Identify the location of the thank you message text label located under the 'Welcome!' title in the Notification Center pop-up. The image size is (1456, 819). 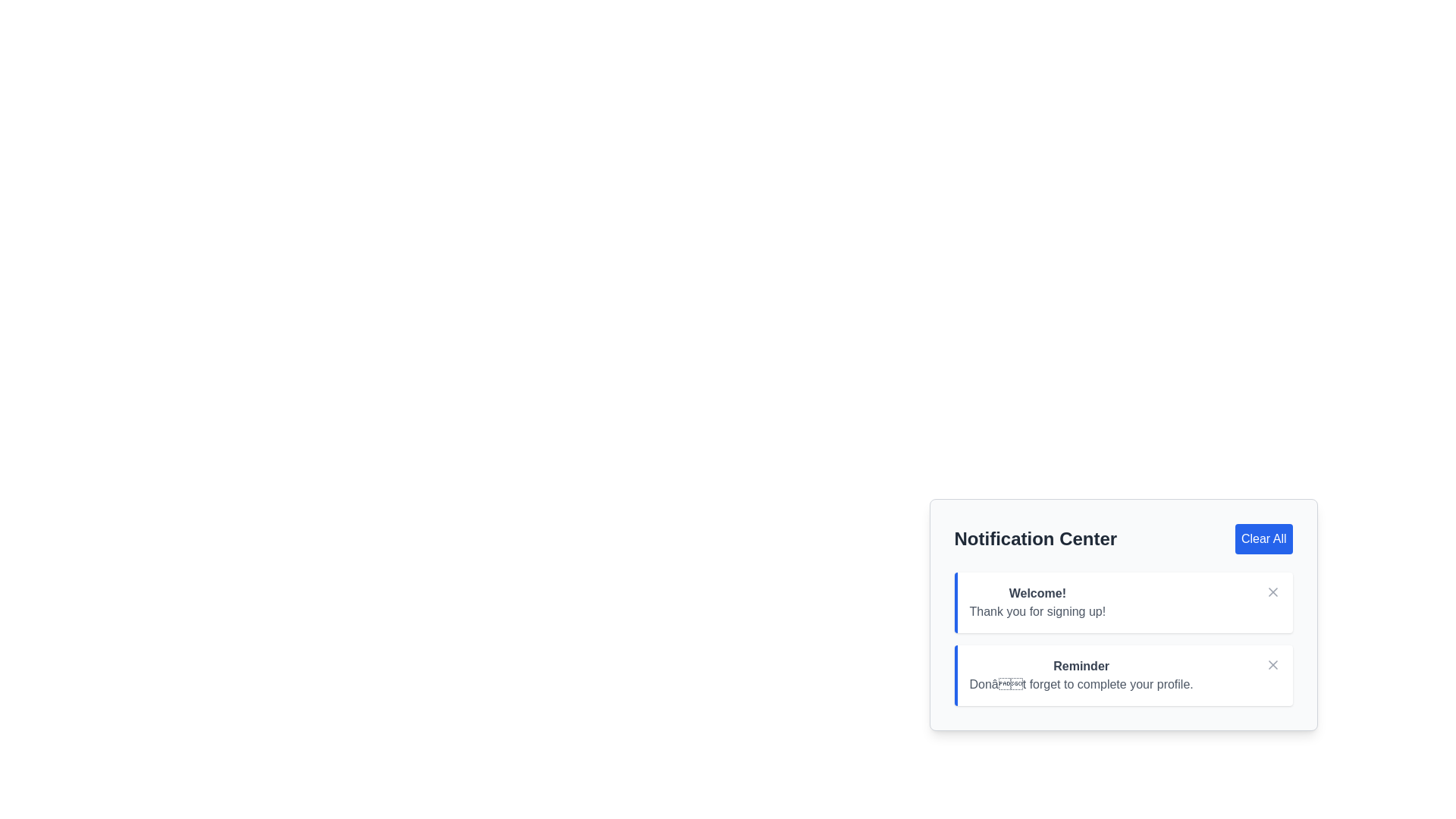
(1037, 610).